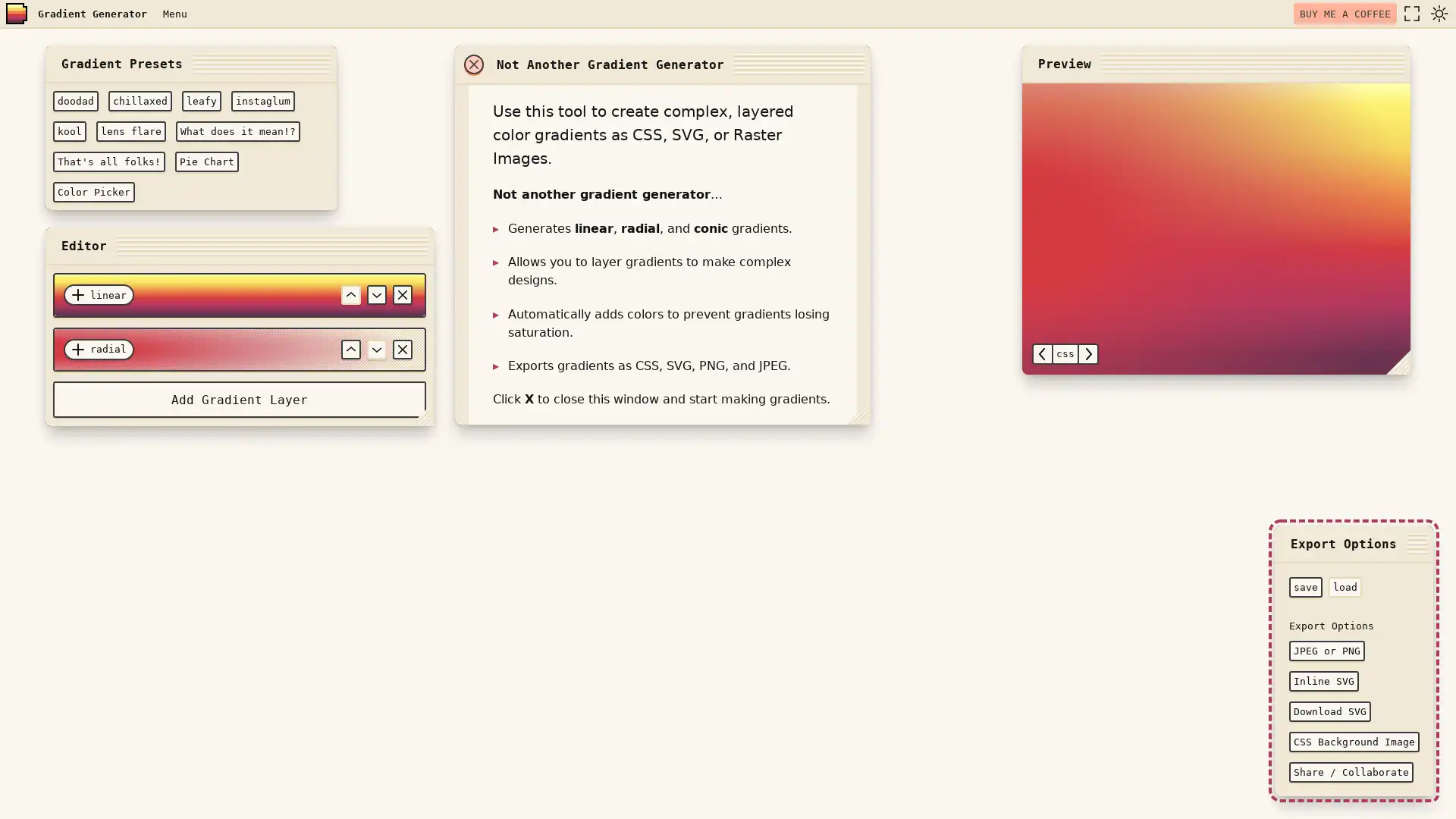  What do you see at coordinates (199, 101) in the screenshot?
I see `leafy` at bounding box center [199, 101].